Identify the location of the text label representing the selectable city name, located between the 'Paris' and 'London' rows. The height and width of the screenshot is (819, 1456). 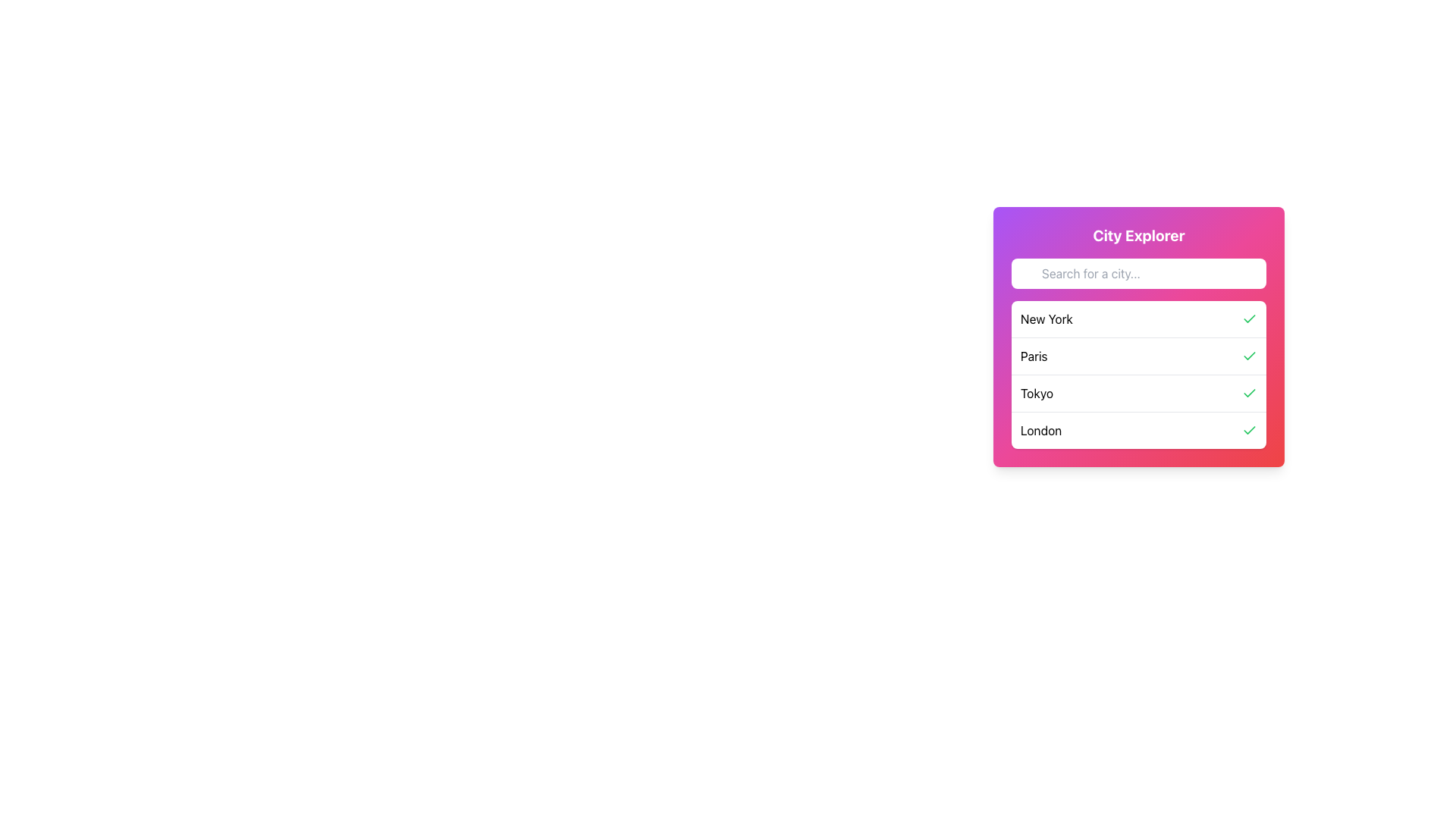
(1036, 393).